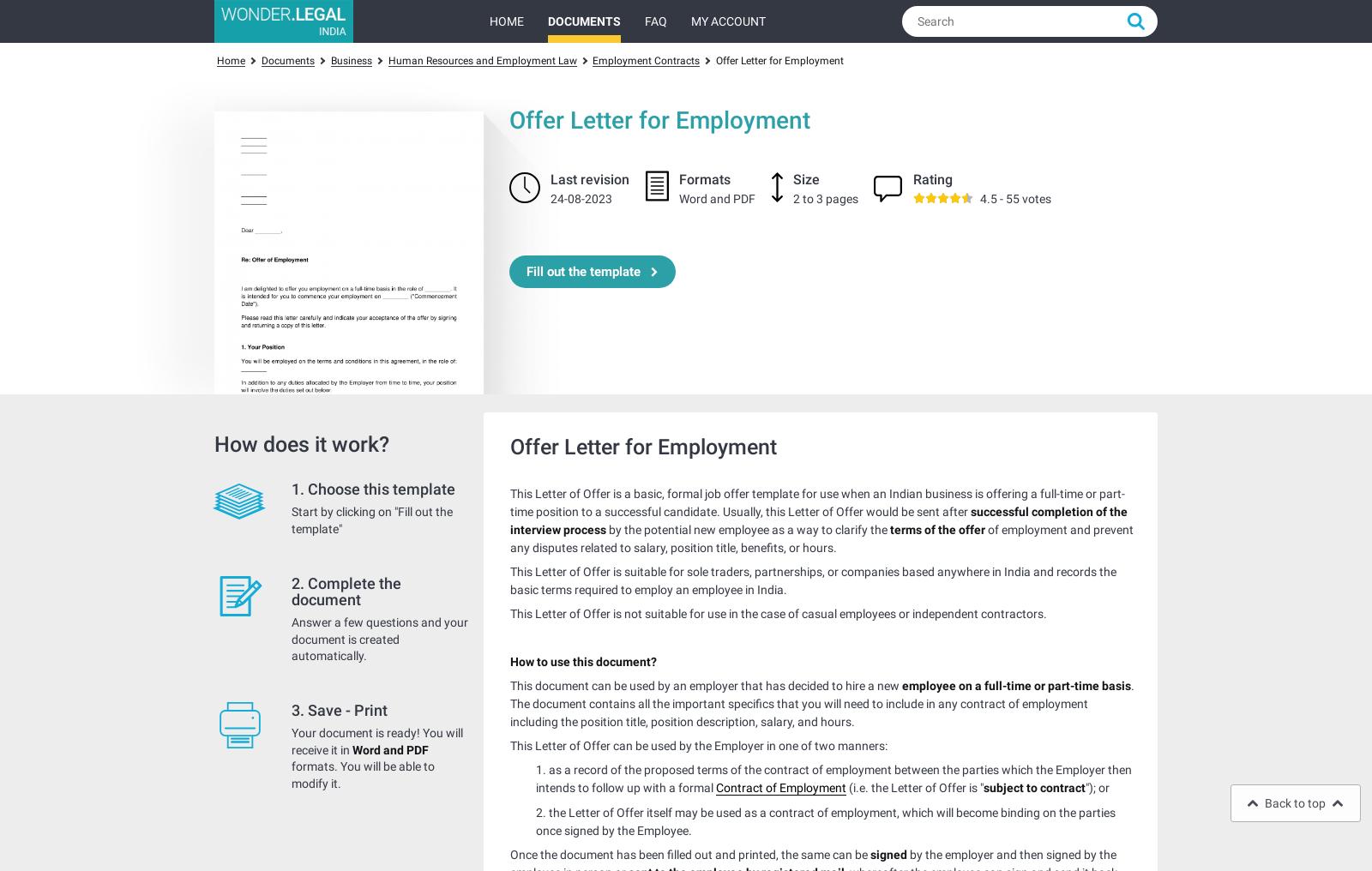 The image size is (1372, 871). What do you see at coordinates (346, 590) in the screenshot?
I see `'2. Complete the document'` at bounding box center [346, 590].